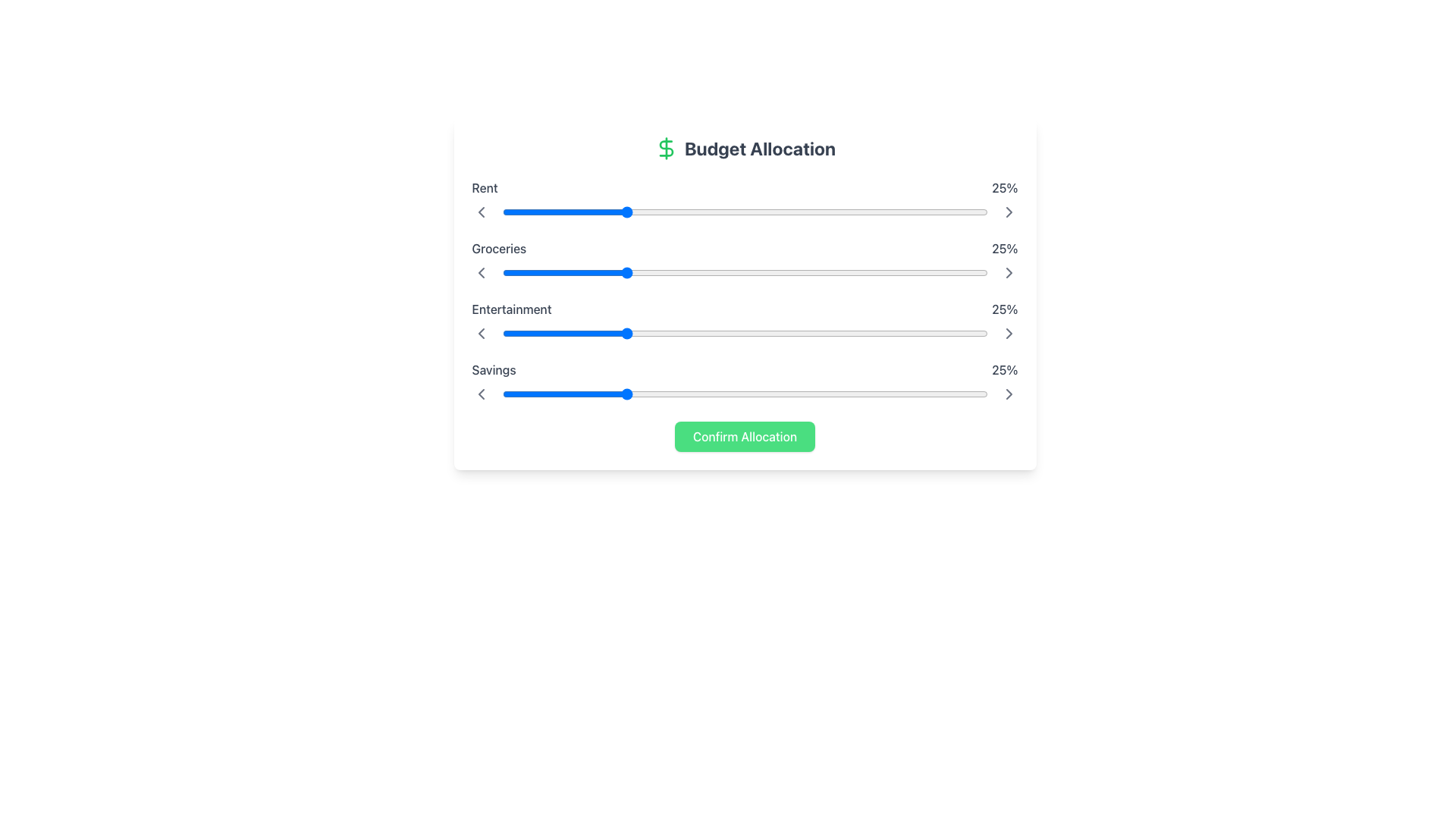  What do you see at coordinates (740, 271) in the screenshot?
I see `the slider value` at bounding box center [740, 271].